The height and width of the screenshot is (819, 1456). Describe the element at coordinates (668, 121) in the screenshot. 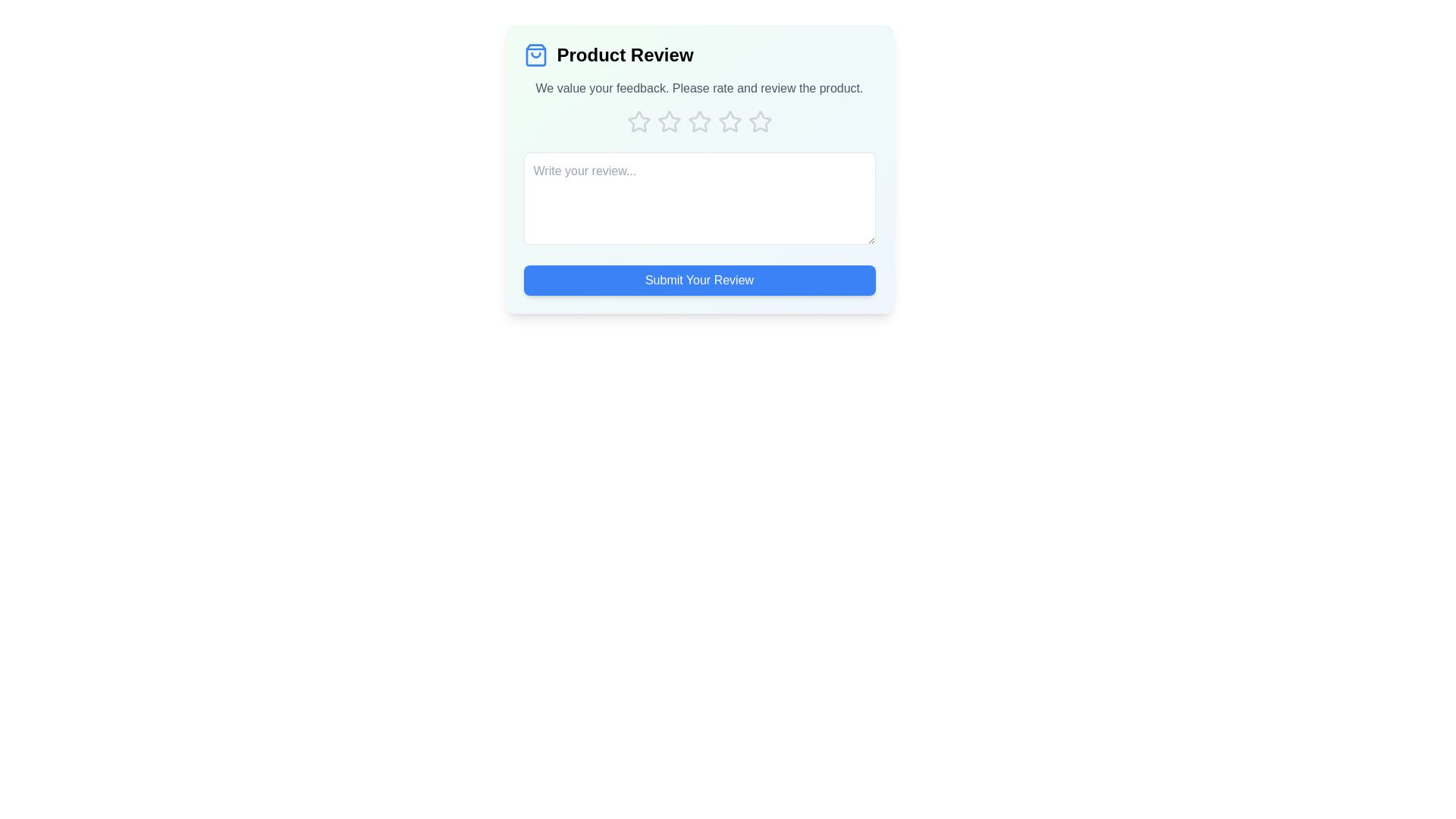

I see `the third star in the rating component` at that location.